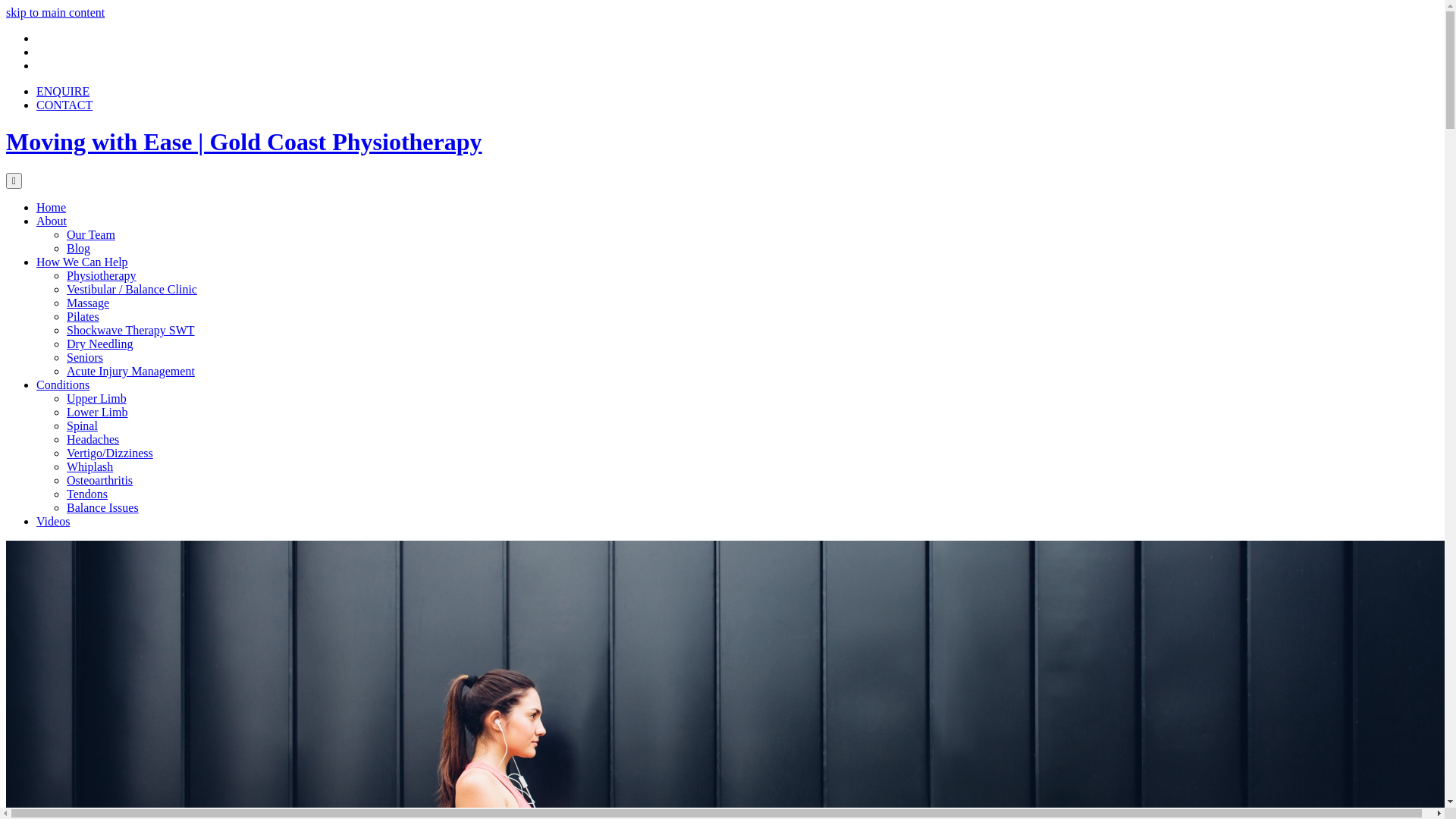 This screenshot has width=1456, height=819. Describe the element at coordinates (81, 425) in the screenshot. I see `'Spinal'` at that location.